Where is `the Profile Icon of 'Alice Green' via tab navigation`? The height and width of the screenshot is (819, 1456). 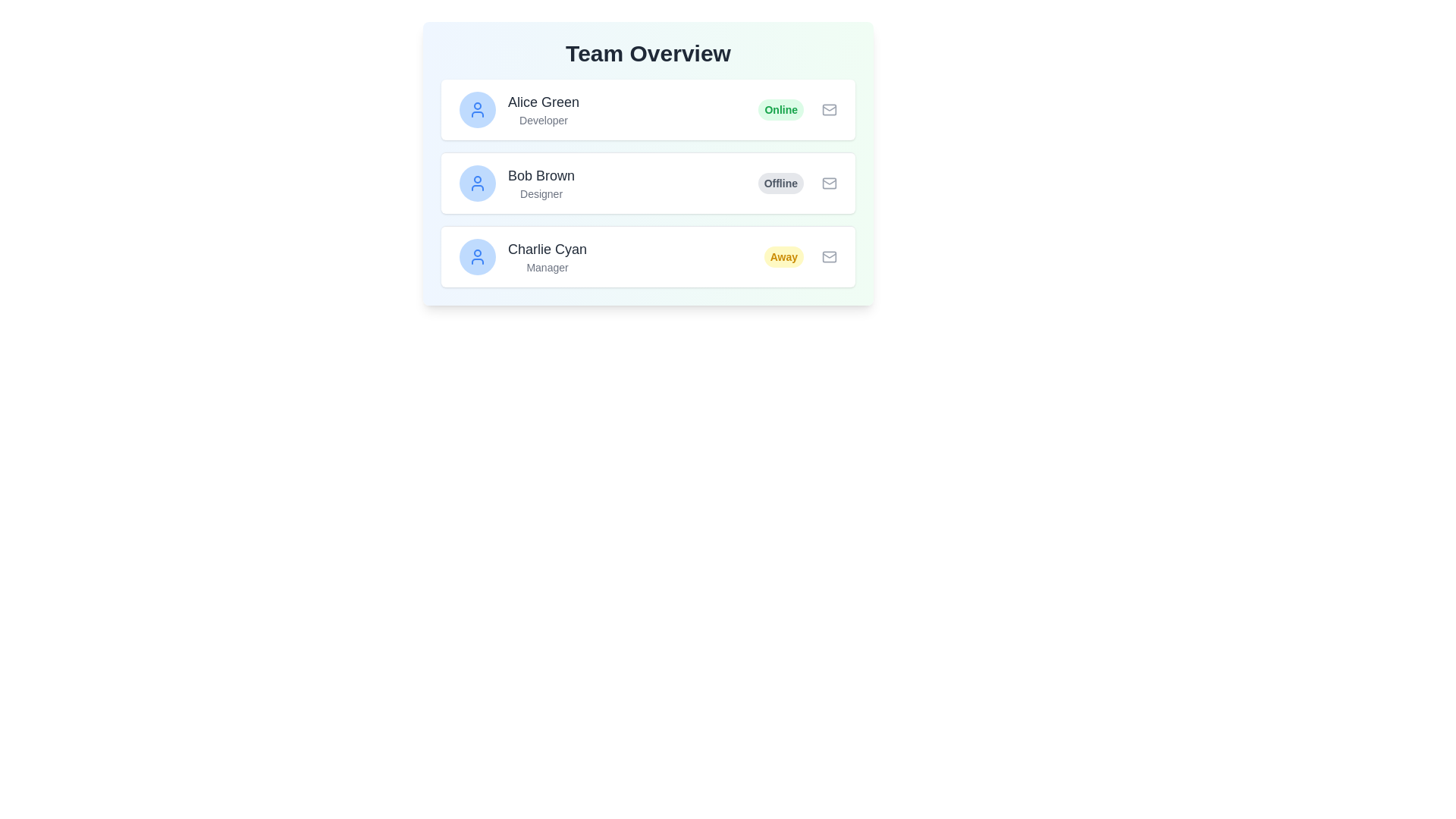 the Profile Icon of 'Alice Green' via tab navigation is located at coordinates (476, 109).